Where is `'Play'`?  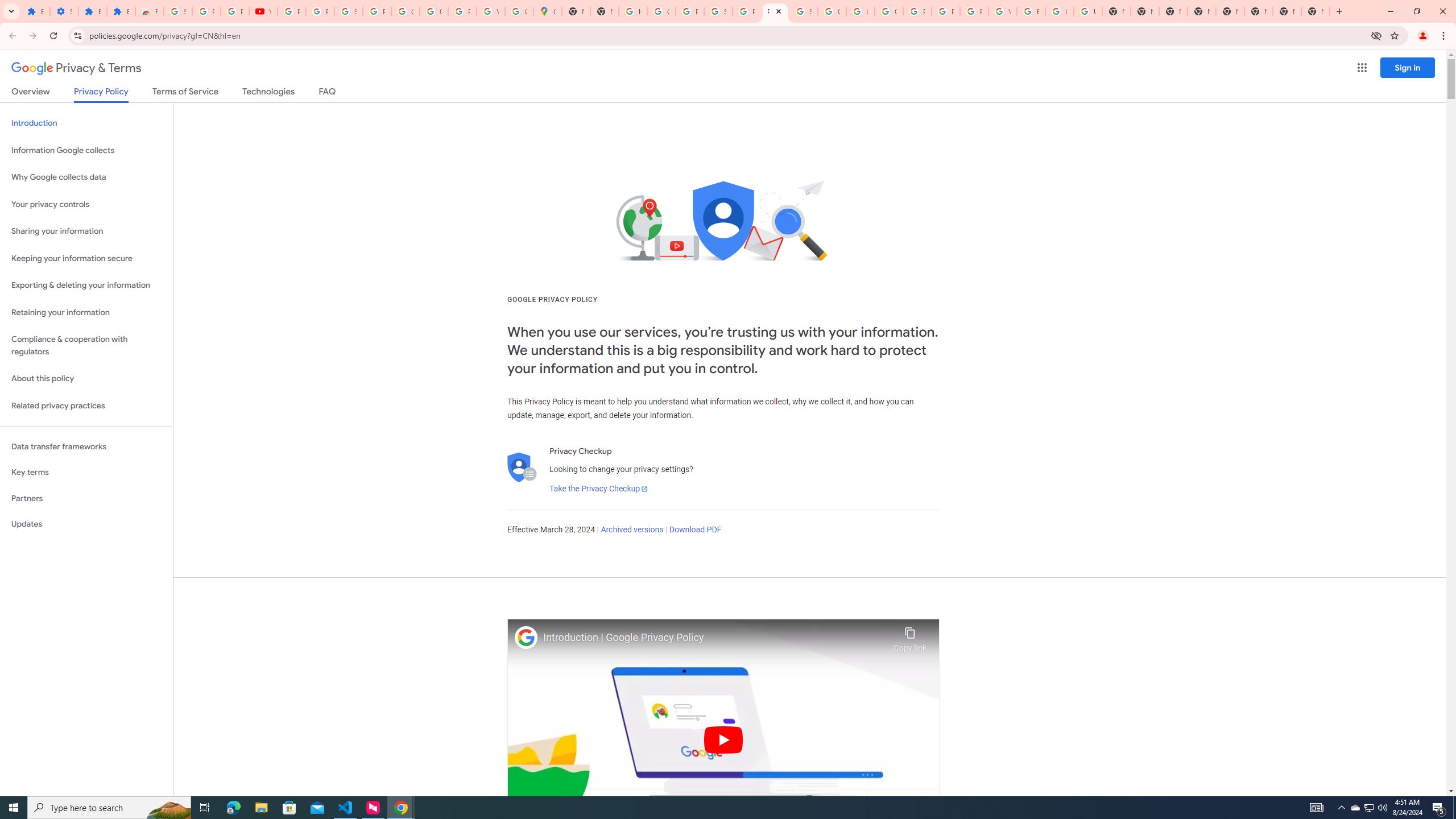
'Play' is located at coordinates (723, 739).